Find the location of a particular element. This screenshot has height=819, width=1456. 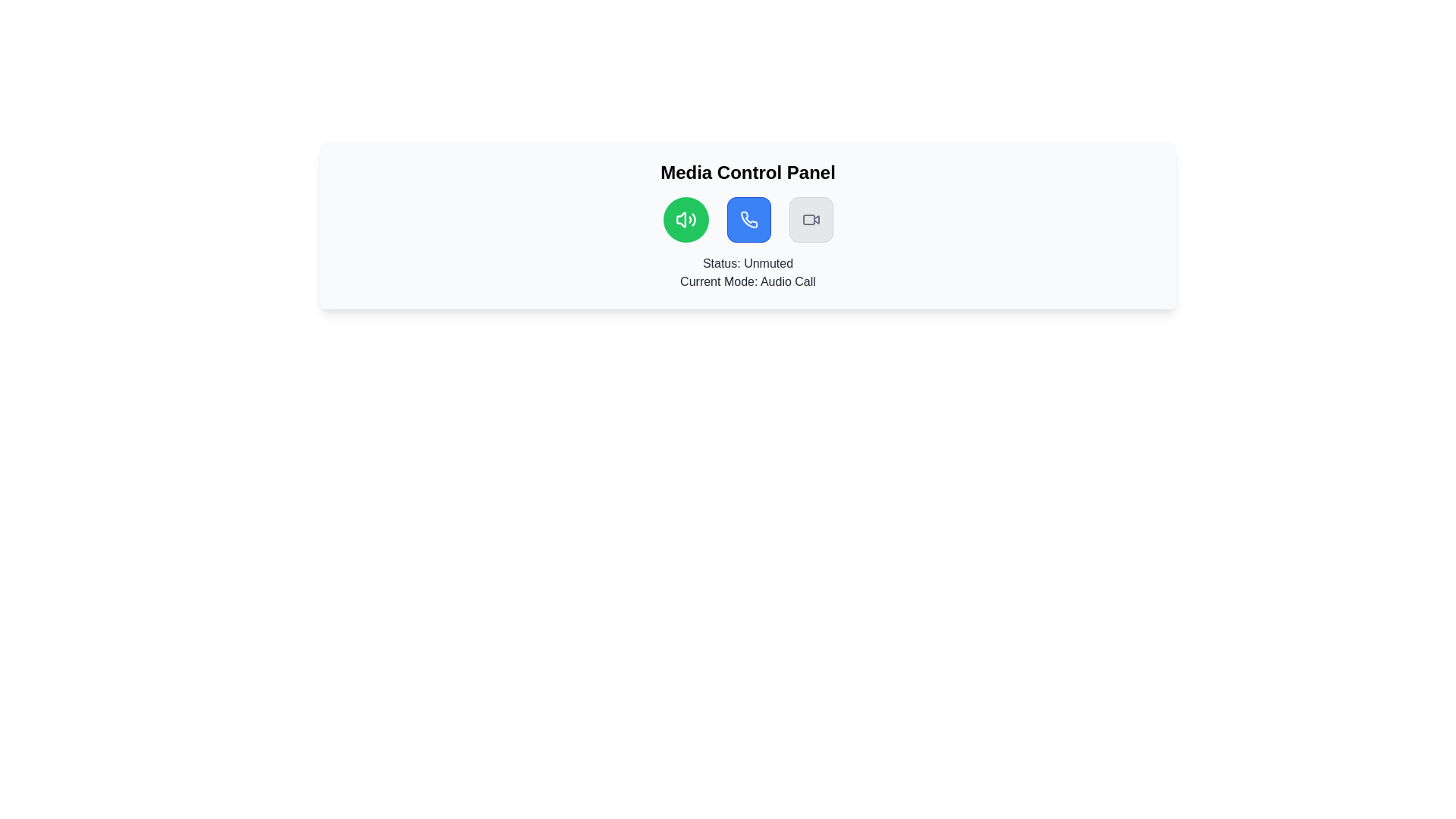

the video camera icon located within the third button on the right side of a horizontal set of three buttons is located at coordinates (810, 219).